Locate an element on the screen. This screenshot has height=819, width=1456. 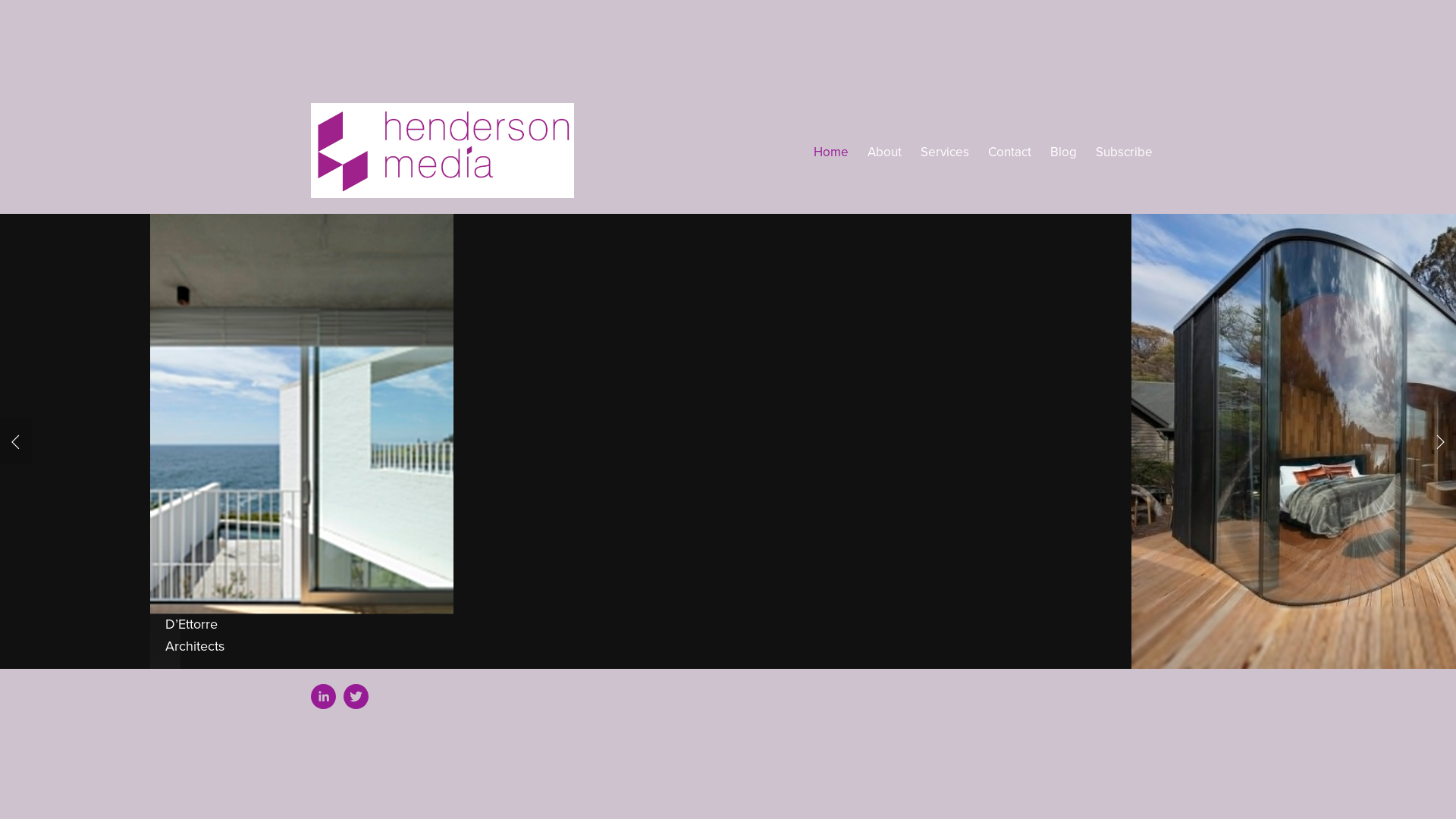
'Blog' is located at coordinates (1062, 152).